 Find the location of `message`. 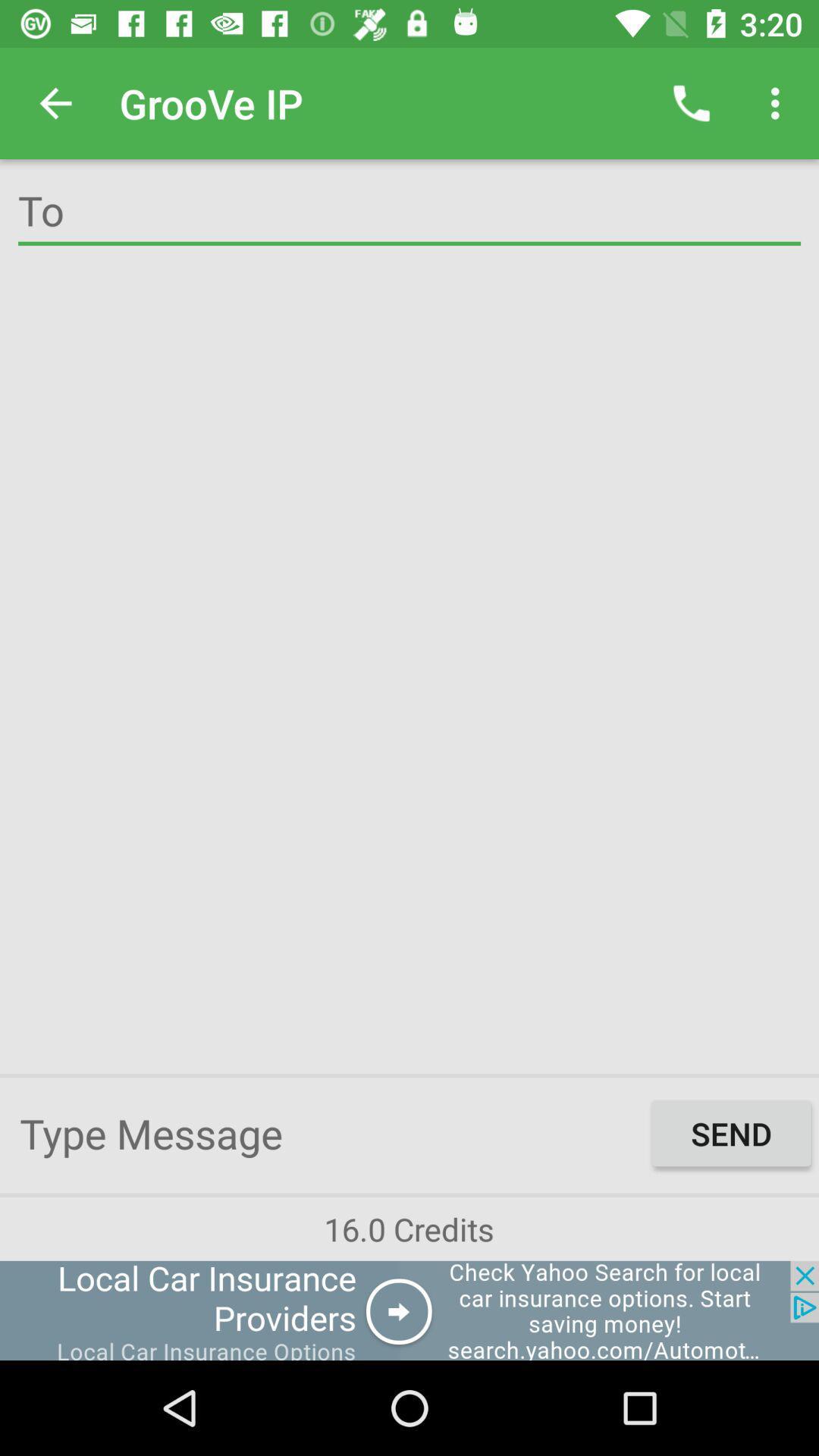

message is located at coordinates (331, 1133).